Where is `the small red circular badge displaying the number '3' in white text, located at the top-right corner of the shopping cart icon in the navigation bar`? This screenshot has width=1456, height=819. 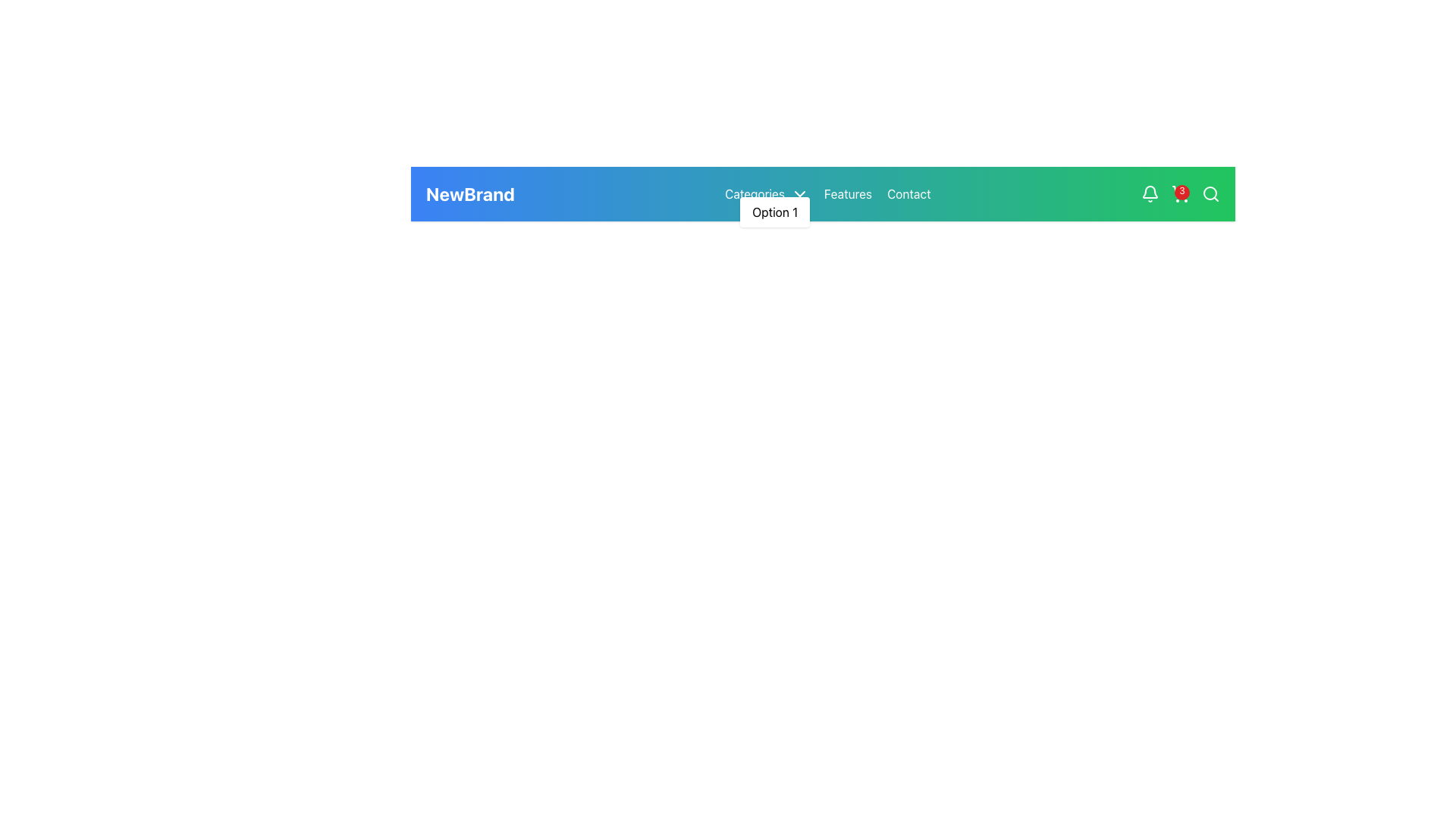 the small red circular badge displaying the number '3' in white text, located at the top-right corner of the shopping cart icon in the navigation bar is located at coordinates (1181, 192).